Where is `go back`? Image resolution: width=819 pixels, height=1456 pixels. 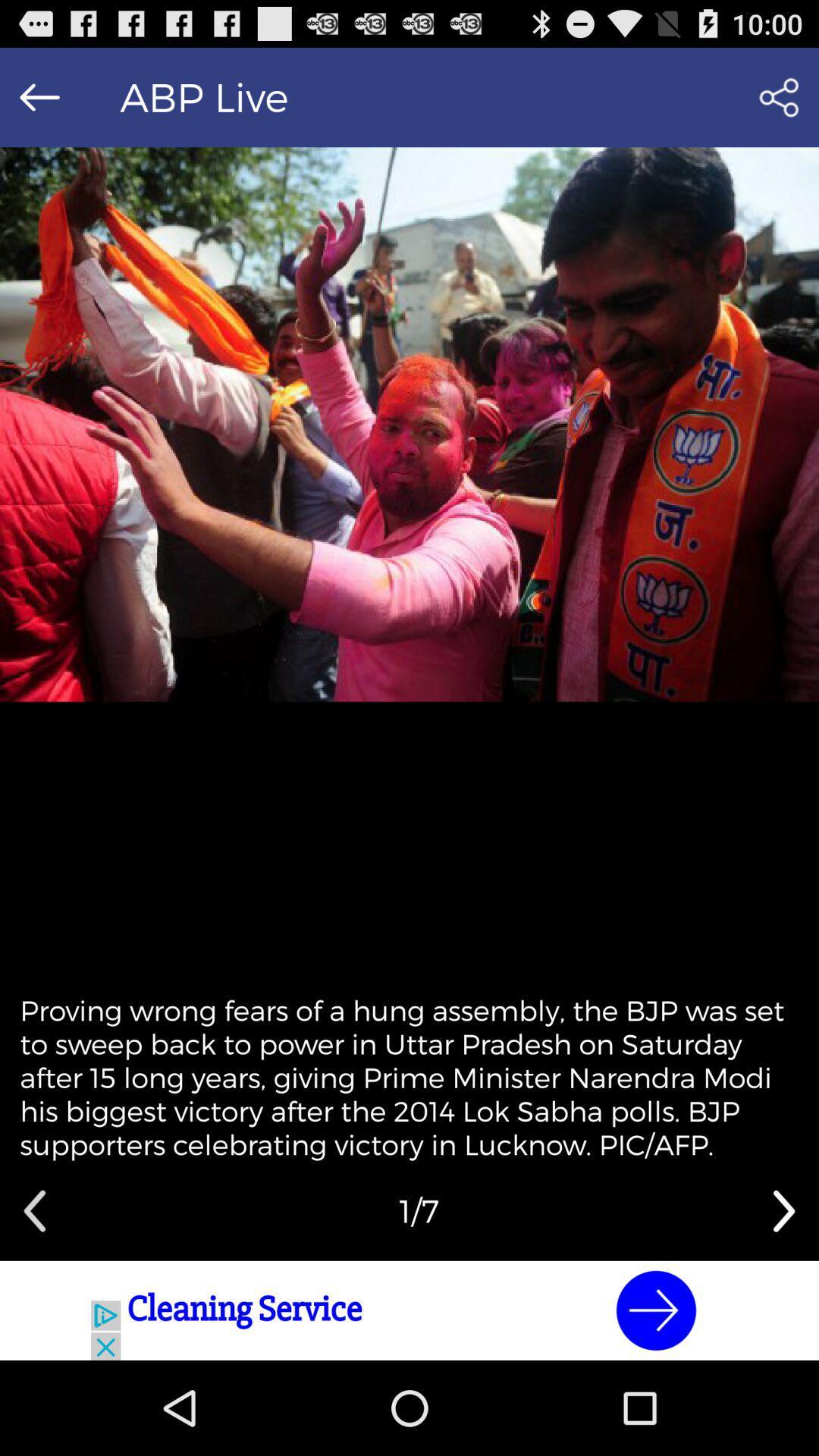
go back is located at coordinates (39, 96).